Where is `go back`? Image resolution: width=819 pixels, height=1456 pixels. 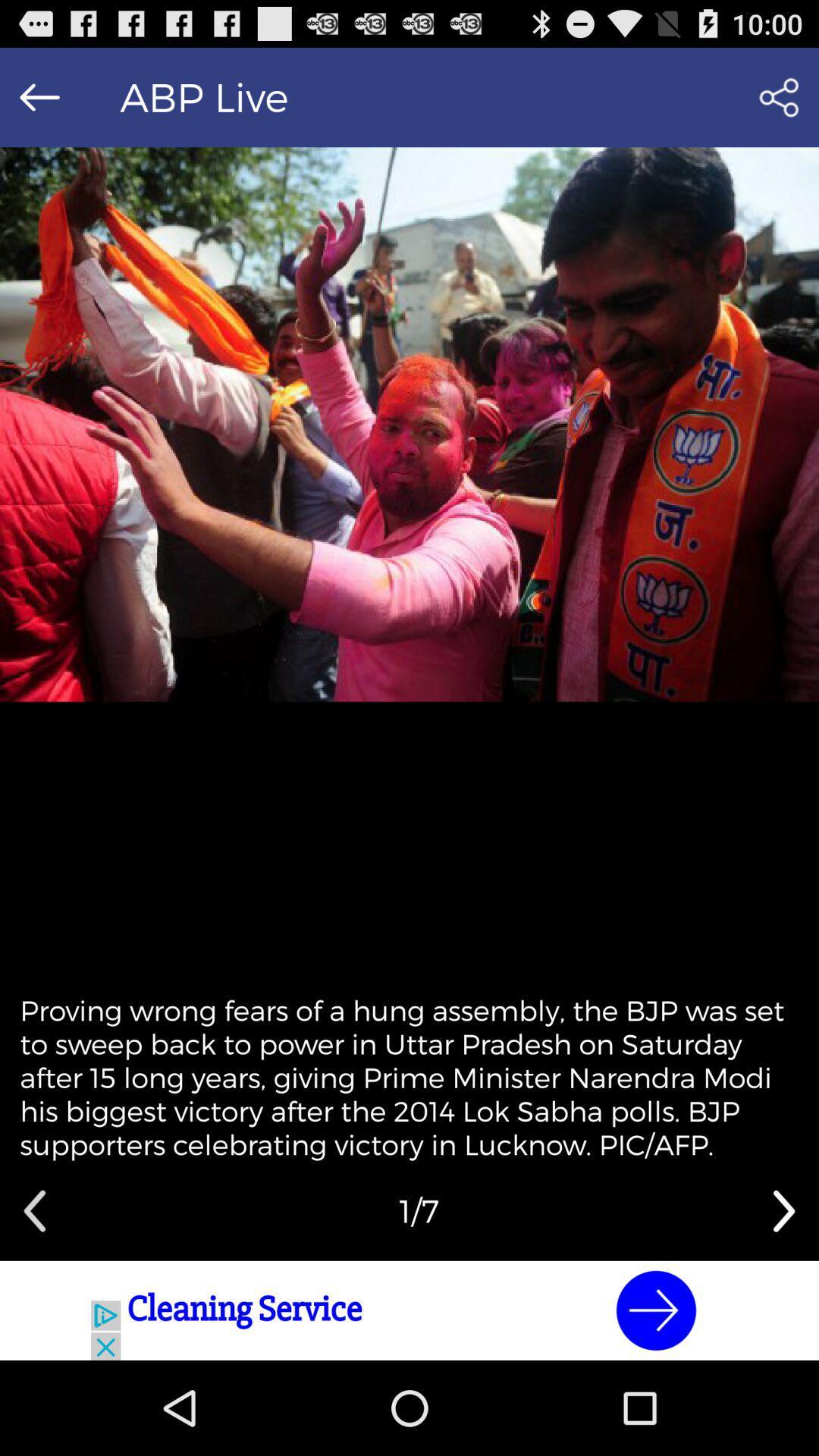
go back is located at coordinates (39, 96).